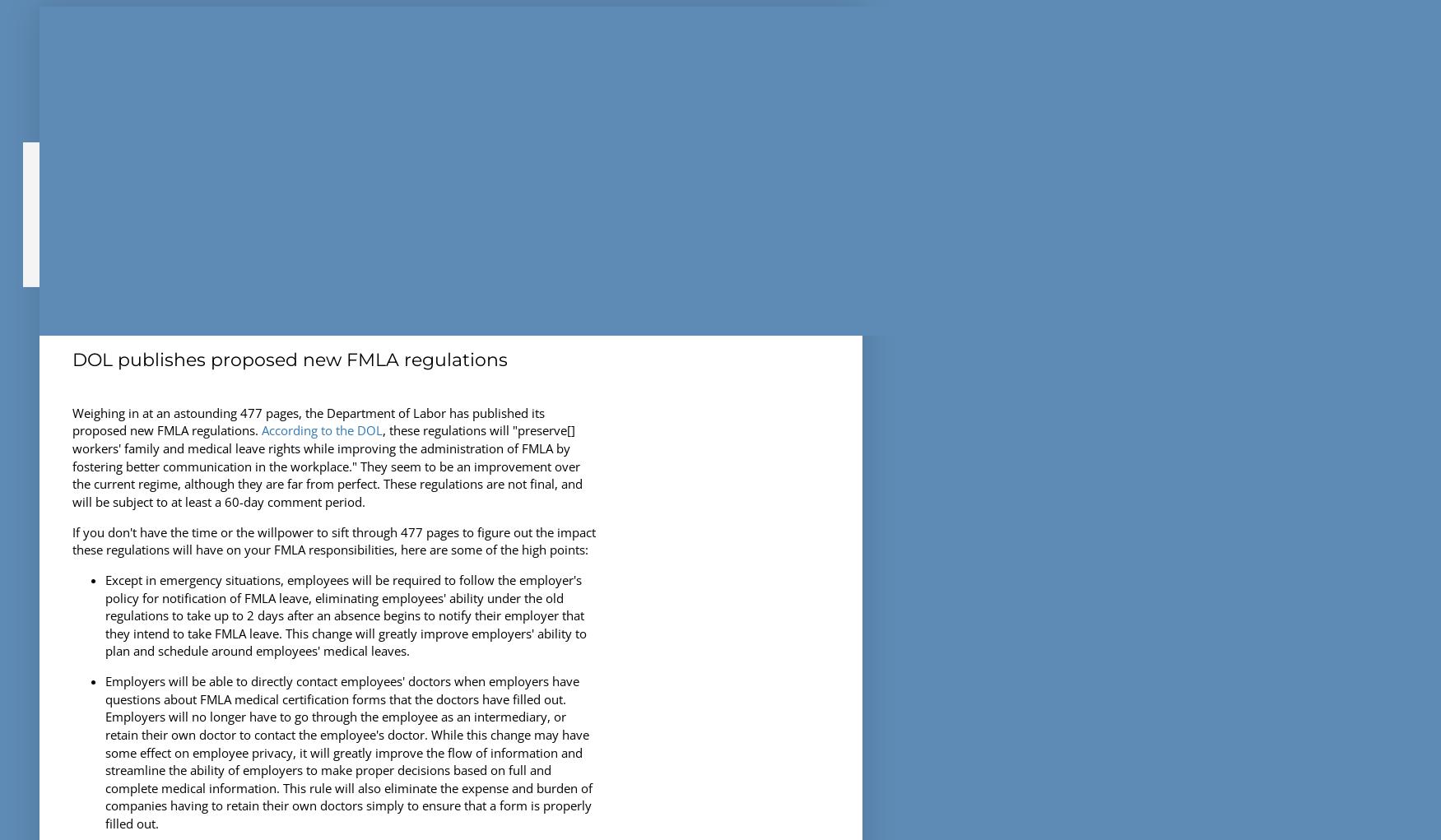 The width and height of the screenshot is (1441, 840). What do you see at coordinates (348, 752) in the screenshot?
I see `'Employers will be able to directly contact employees' doctors when employers have questions about FMLA medical certification forms that the doctors have filled out. Employers will no longer have to go through the employee as an intermediary, or retain their own doctor to contact the employee's doctor. While this change may have some effect on employee privacy, it will greatly improve the flow of information and streamline the ability of employers to make proper decisions based on full and complete medical information. This rule will also eliminate the expense and burden of companies having to retain their own doctors simply to ensure that a form is properly filled out.'` at bounding box center [348, 752].